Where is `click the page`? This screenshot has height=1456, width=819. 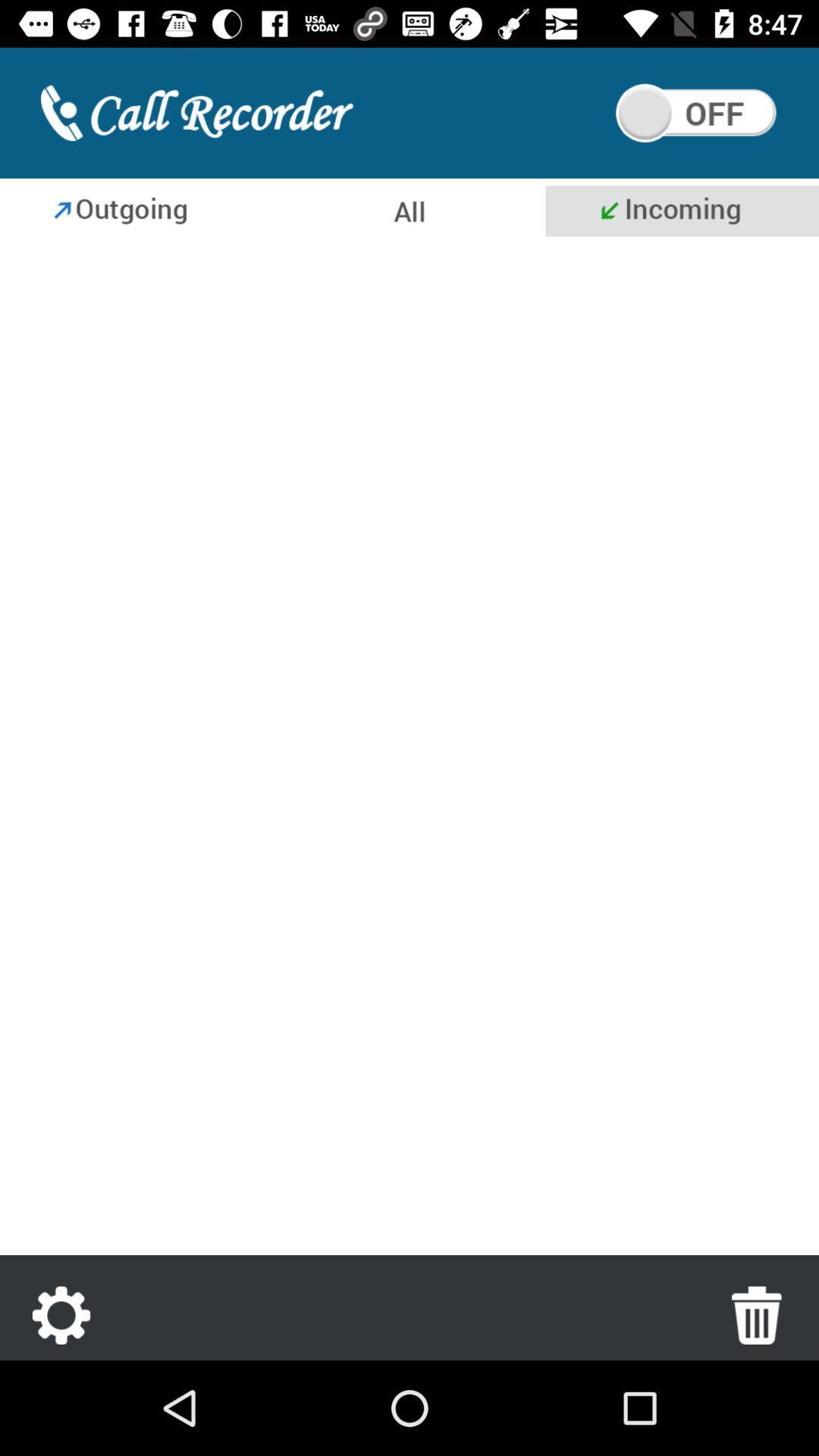 click the page is located at coordinates (409, 749).